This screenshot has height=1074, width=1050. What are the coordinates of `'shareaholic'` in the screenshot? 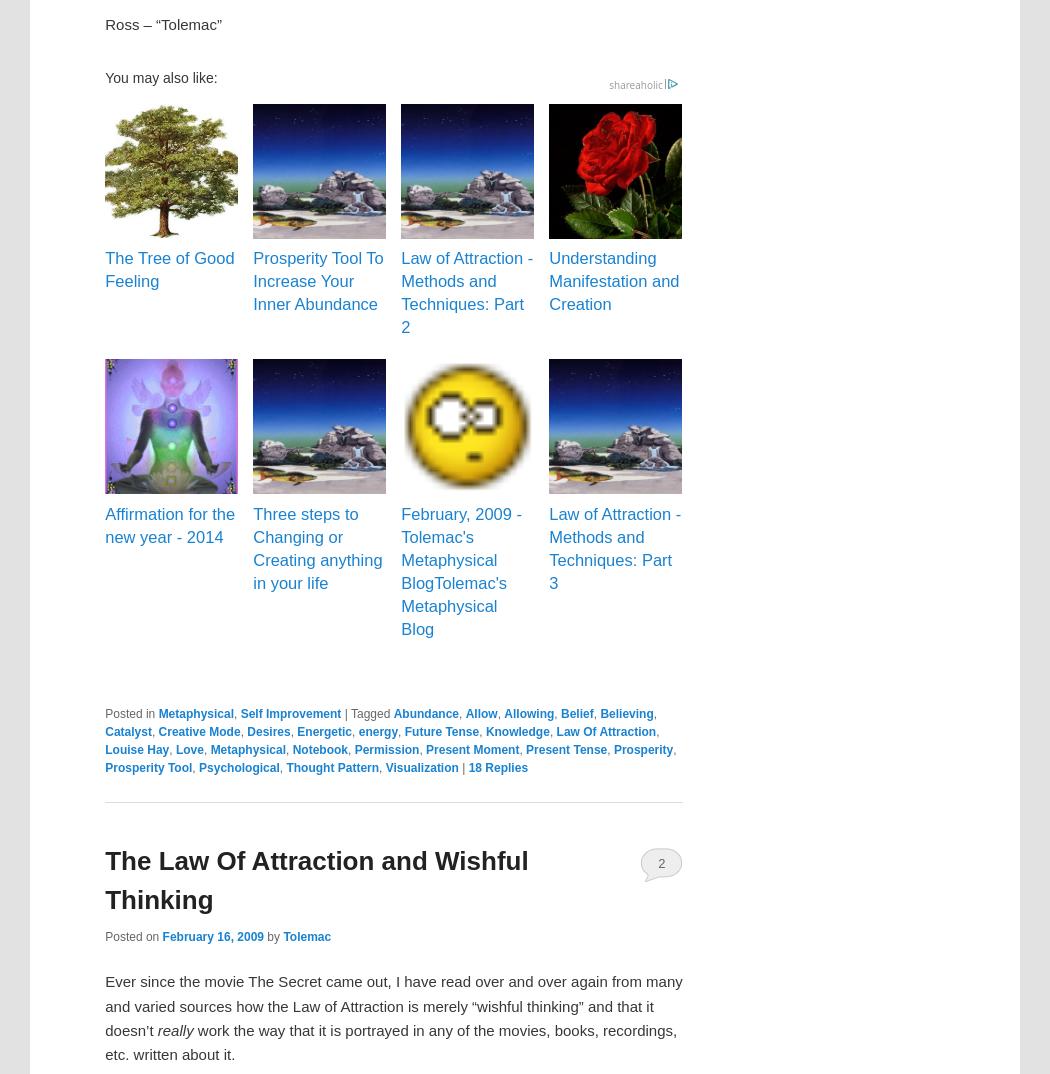 It's located at (635, 83).